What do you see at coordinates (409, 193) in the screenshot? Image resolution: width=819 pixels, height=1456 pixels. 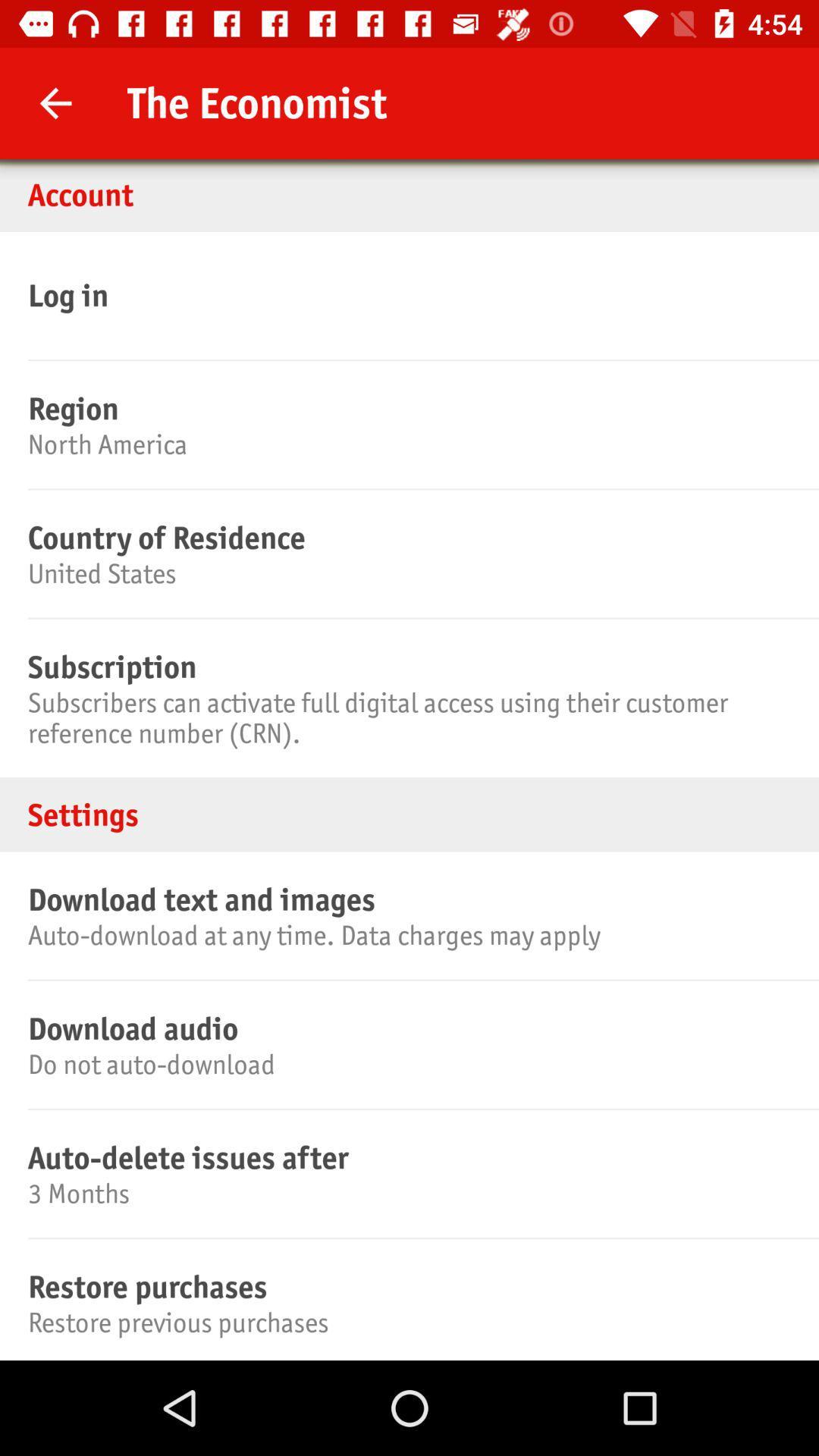 I see `the item above the log in` at bounding box center [409, 193].